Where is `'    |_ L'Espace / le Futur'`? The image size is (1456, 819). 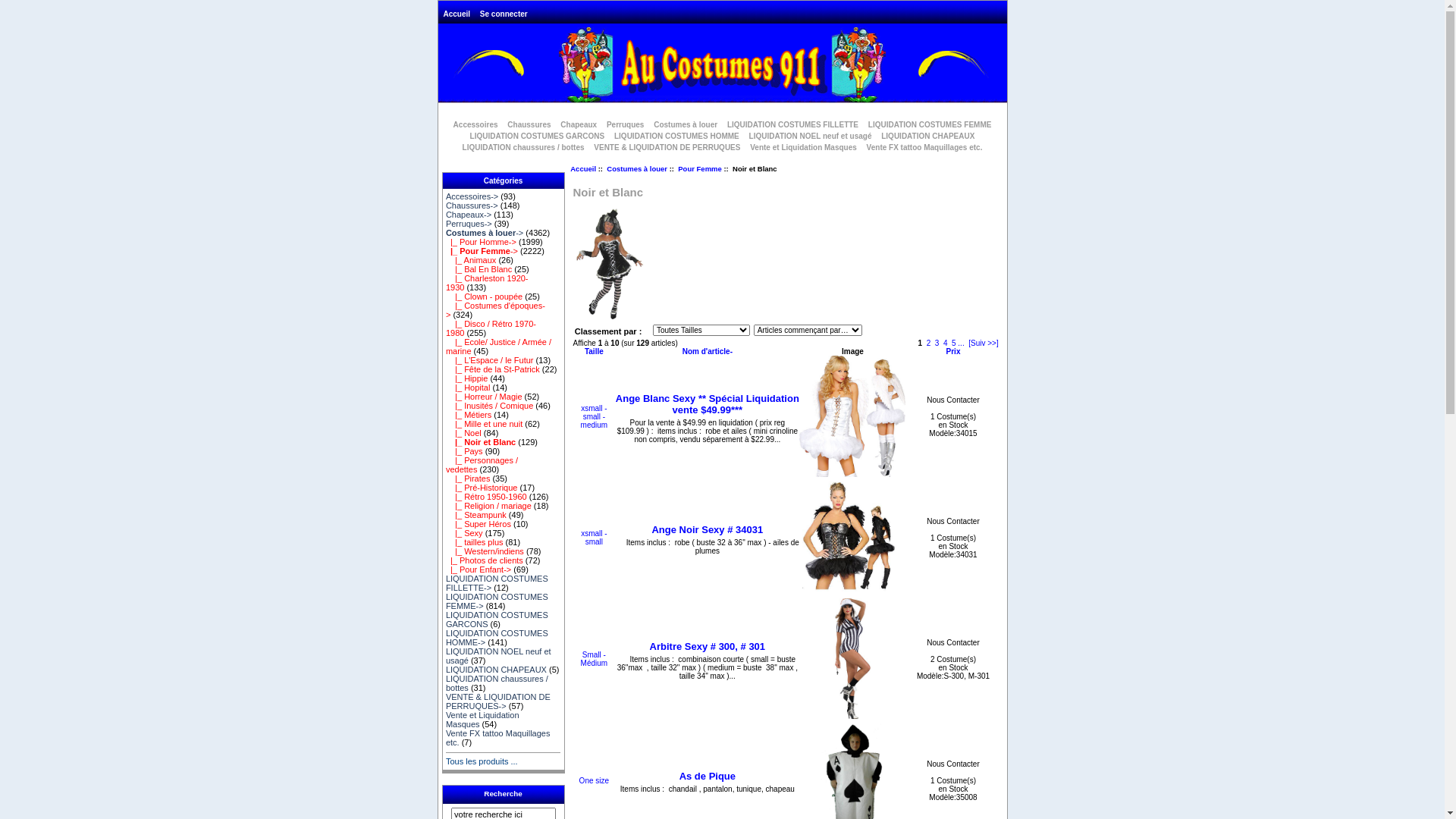
'    |_ L'Espace / le Futur' is located at coordinates (490, 359).